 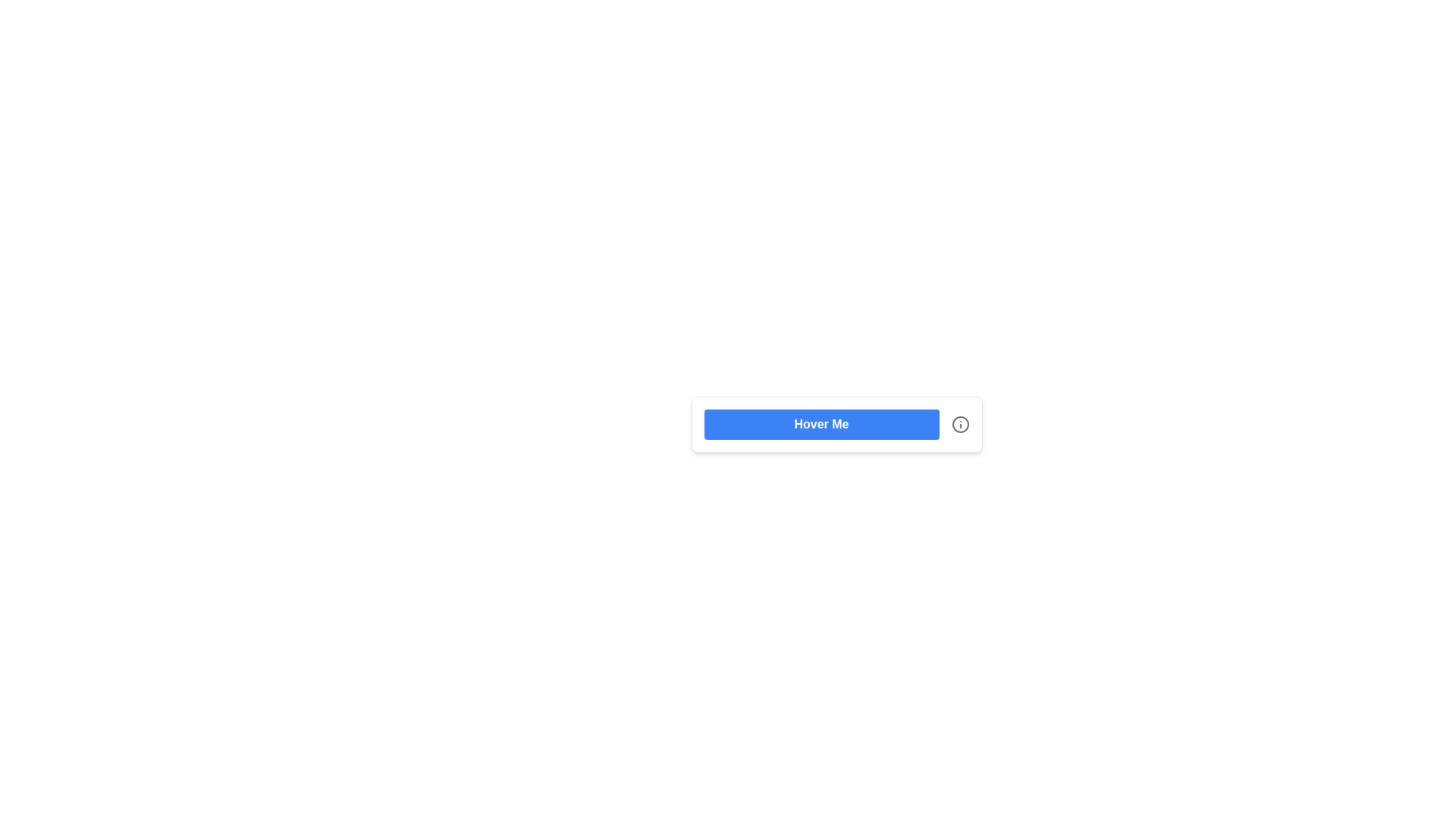 I want to click on the muted gray circular SVG icon located near the top right of the 'Hover Me' button, so click(x=959, y=424).